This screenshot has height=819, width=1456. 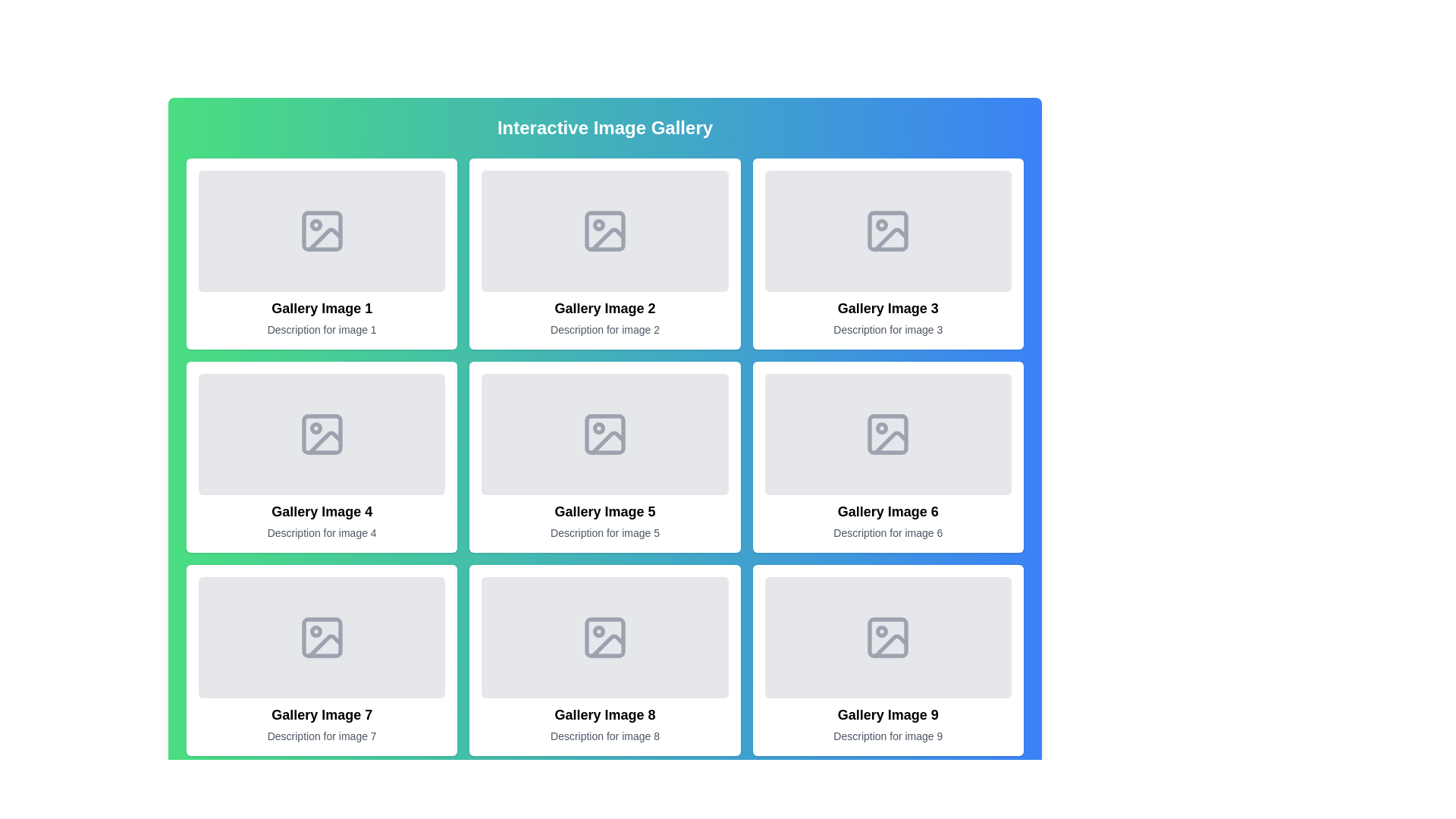 I want to click on rectangular shape with rounded corners located inside the eighth item of a 3x3 grid layout in the middle of the image gallery using accessibility tools, so click(x=604, y=637).